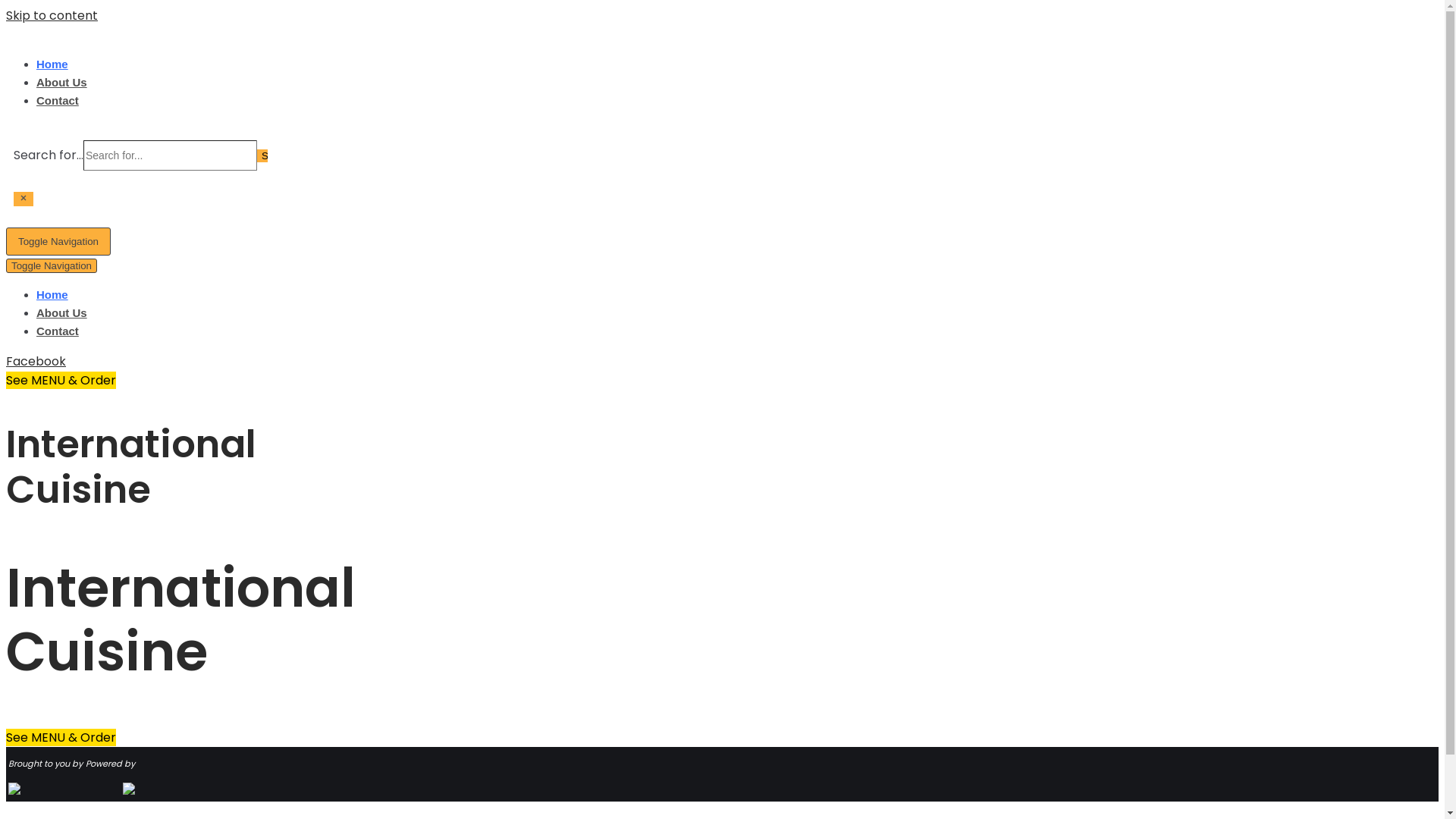 Image resolution: width=1456 pixels, height=819 pixels. What do you see at coordinates (51, 265) in the screenshot?
I see `'Toggle Navigation'` at bounding box center [51, 265].